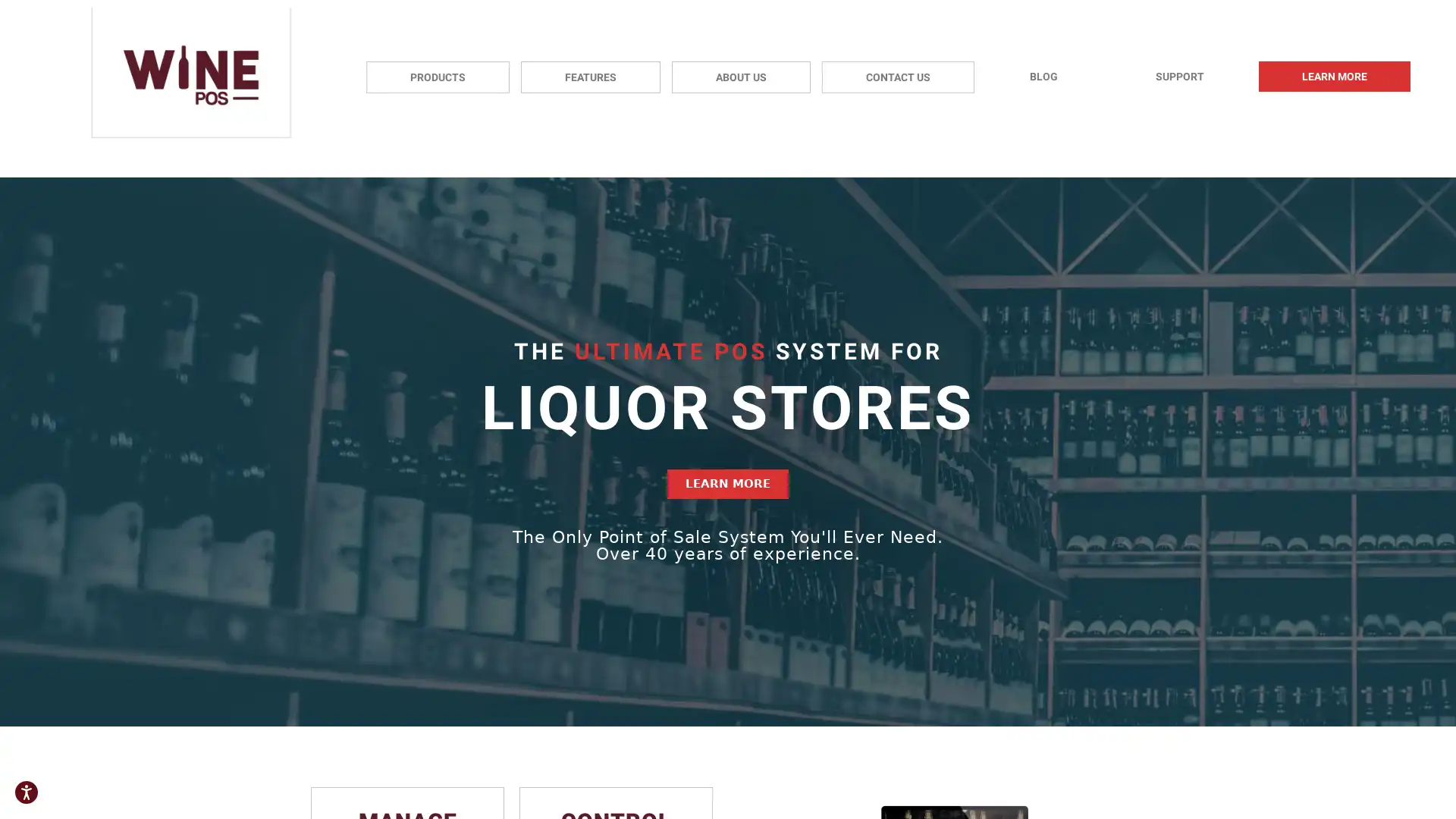 The image size is (1456, 819). What do you see at coordinates (26, 792) in the screenshot?
I see `Open accessibility options, statement and help` at bounding box center [26, 792].